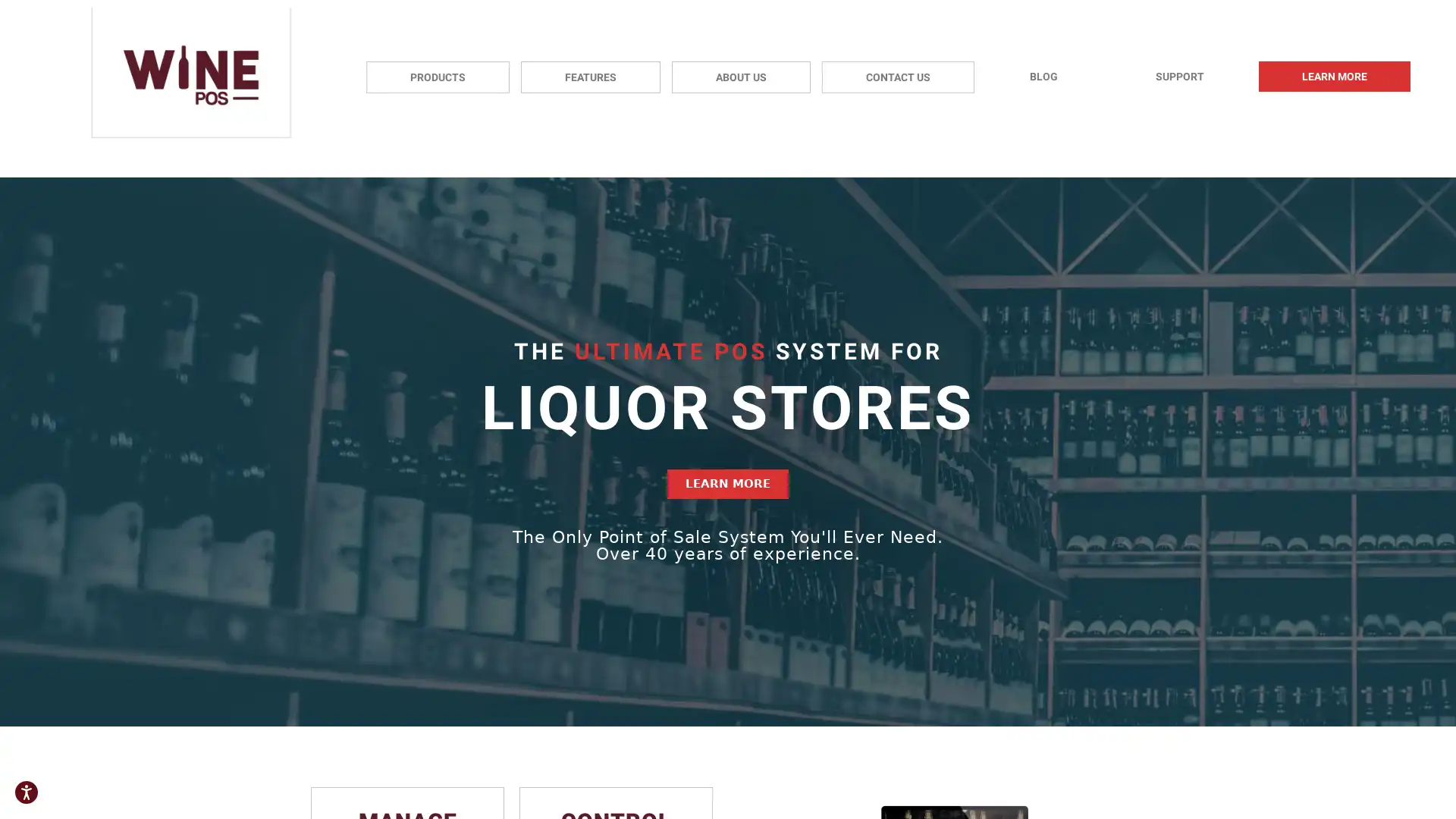 The image size is (1456, 819). What do you see at coordinates (26, 792) in the screenshot?
I see `Open accessibility options, statement and help` at bounding box center [26, 792].